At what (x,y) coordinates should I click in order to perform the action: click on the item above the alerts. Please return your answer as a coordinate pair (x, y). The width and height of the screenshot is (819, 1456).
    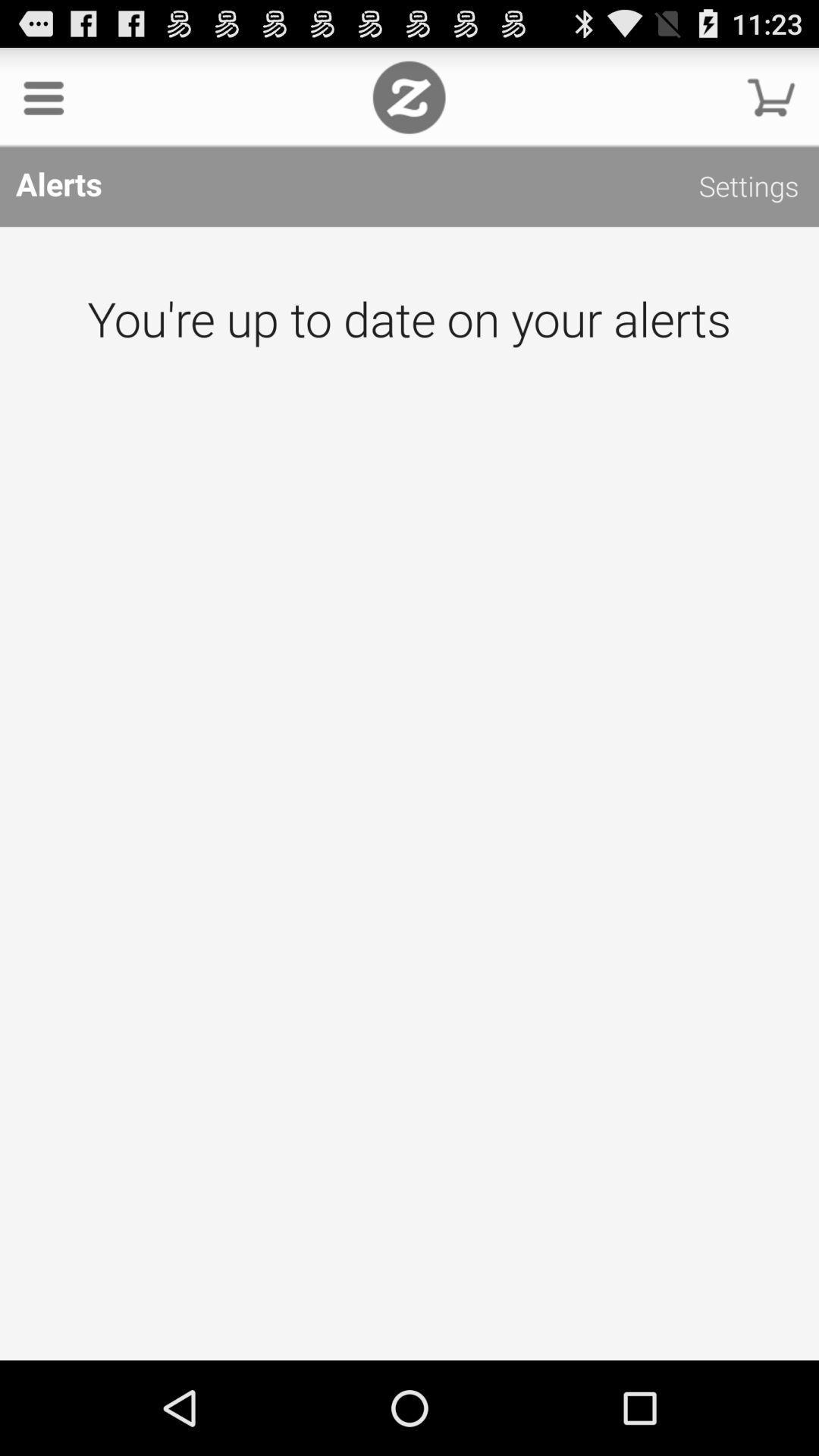
    Looking at the image, I should click on (42, 96).